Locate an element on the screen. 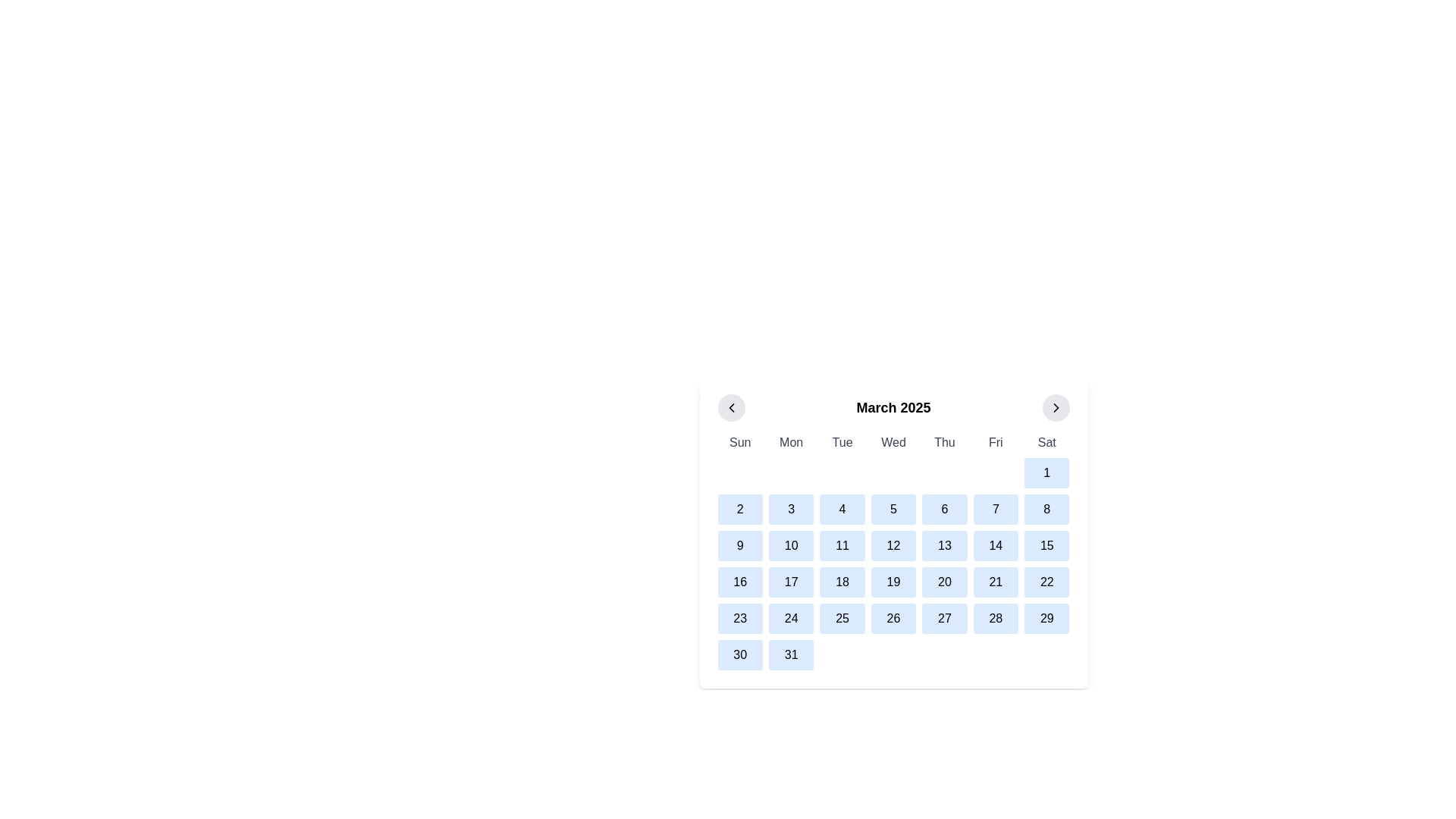 The width and height of the screenshot is (1456, 819). the right-facing chevron icon within the circular button located at the top-right corner of the calendar interface is located at coordinates (1055, 406).